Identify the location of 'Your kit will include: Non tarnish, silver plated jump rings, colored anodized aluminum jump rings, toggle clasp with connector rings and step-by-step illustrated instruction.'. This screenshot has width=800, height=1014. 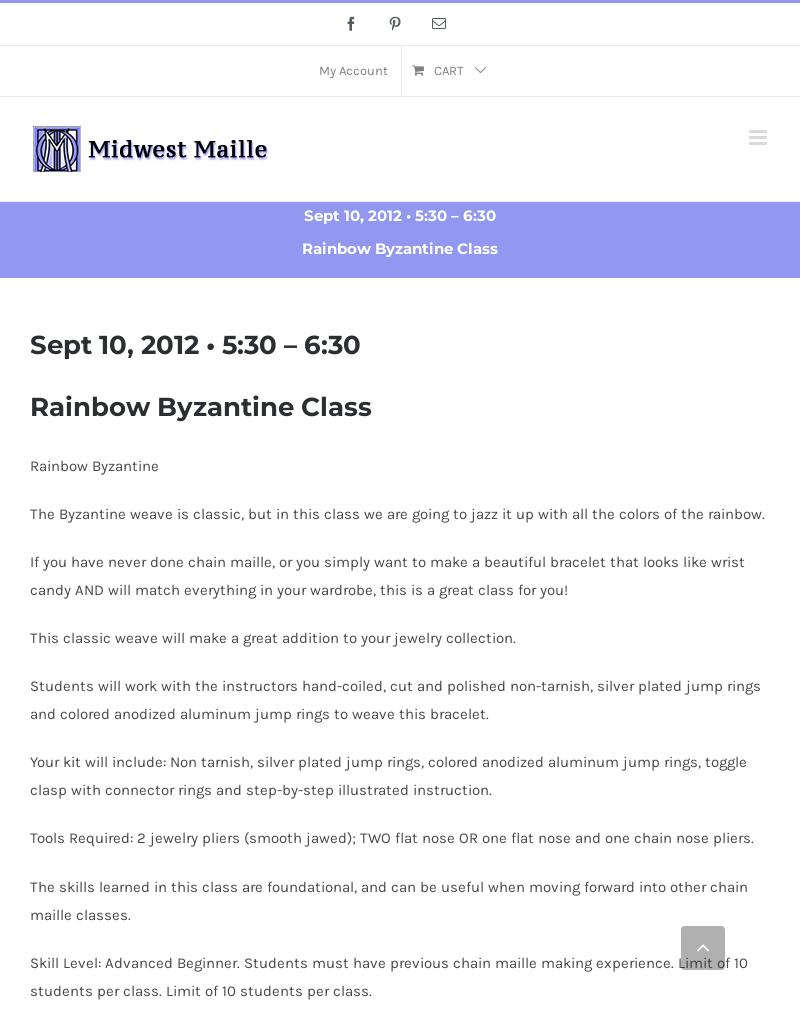
(387, 776).